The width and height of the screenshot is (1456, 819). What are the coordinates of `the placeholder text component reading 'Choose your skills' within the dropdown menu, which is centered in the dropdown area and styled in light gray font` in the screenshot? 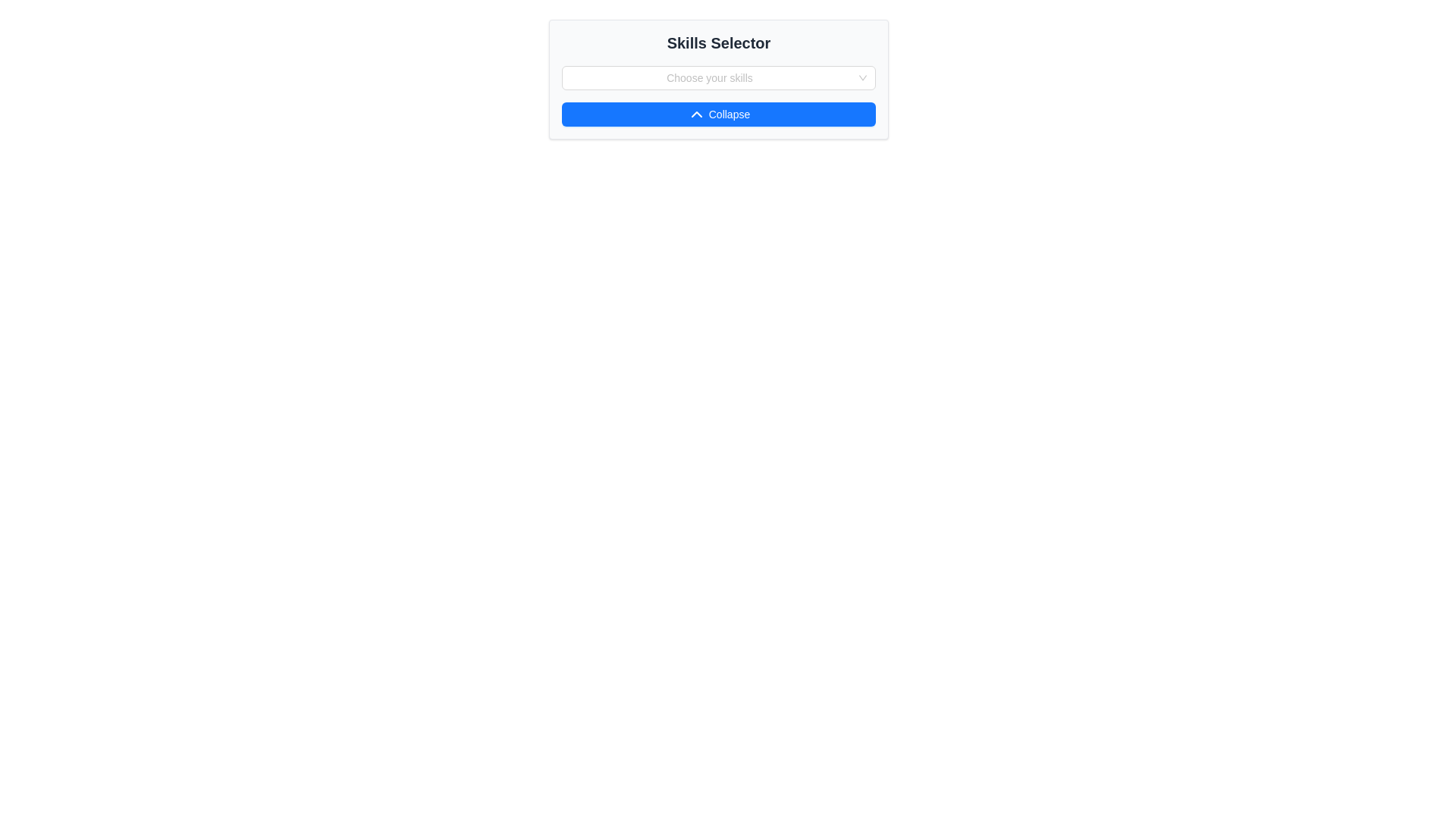 It's located at (709, 78).